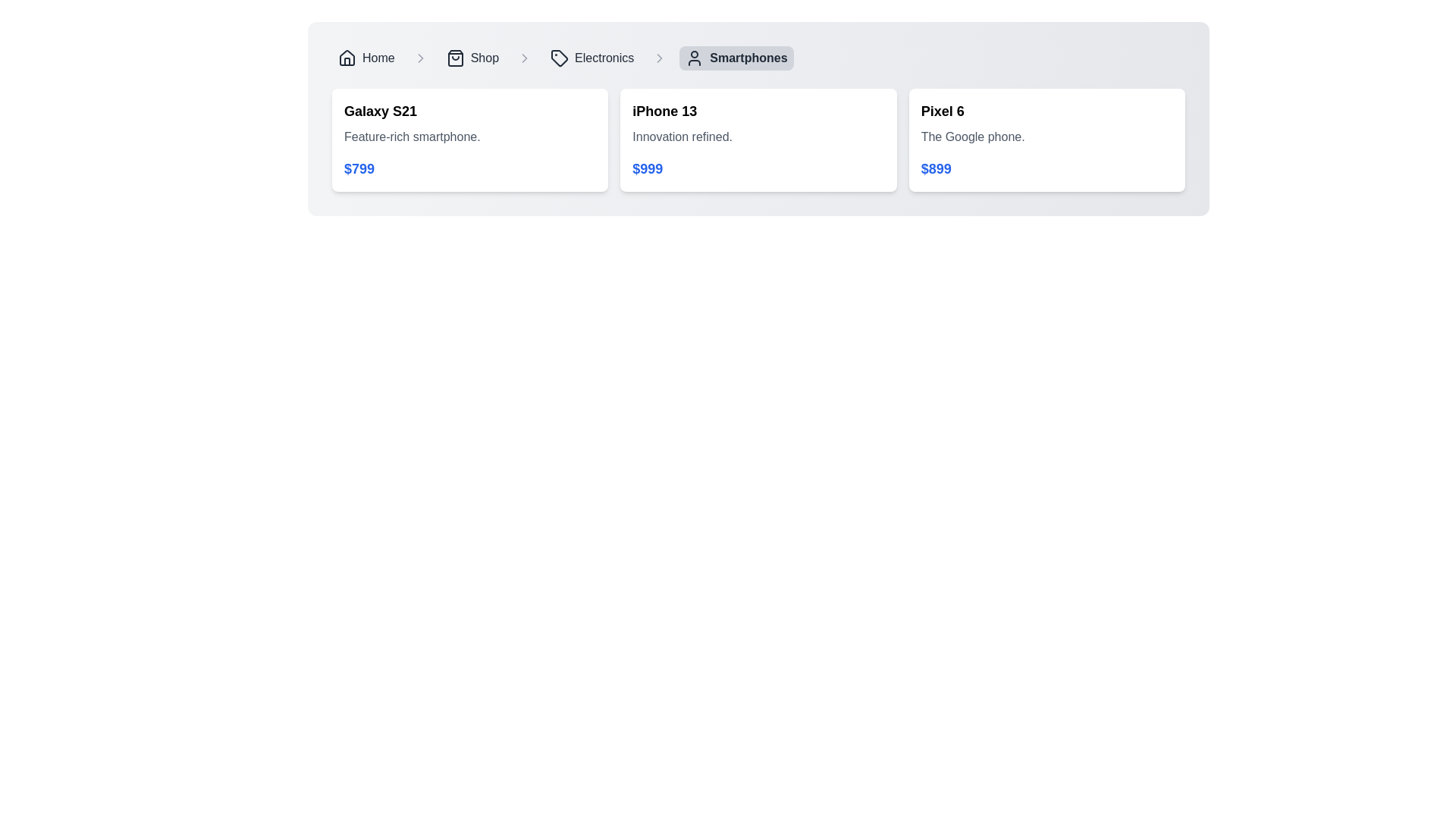  What do you see at coordinates (748, 58) in the screenshot?
I see `the 'Smartphones' static text located in the breadcrumb navigation bar, which is styled in bold dark gray and positioned next to the user icon` at bounding box center [748, 58].